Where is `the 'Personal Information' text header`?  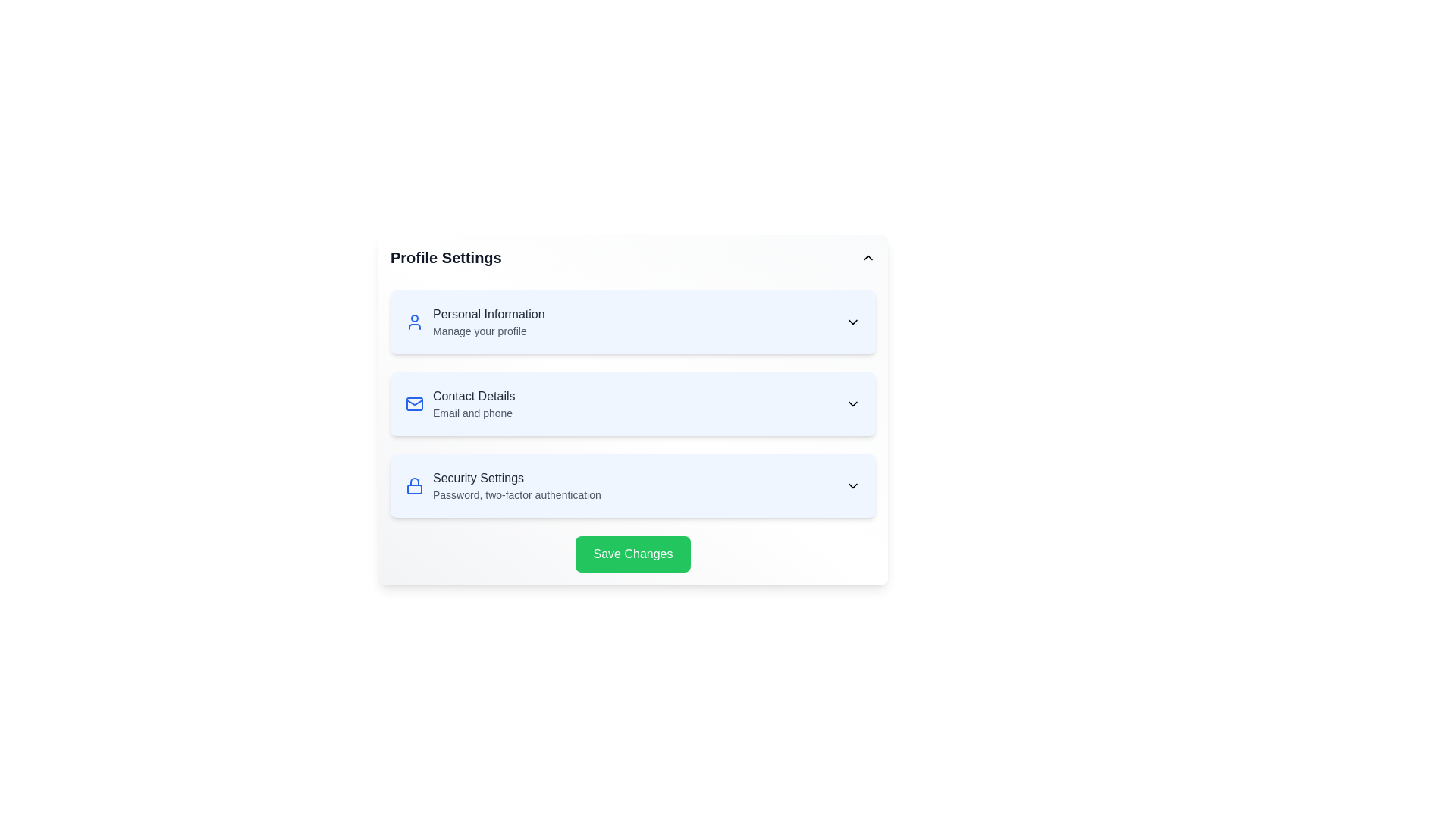 the 'Personal Information' text header is located at coordinates (488, 321).